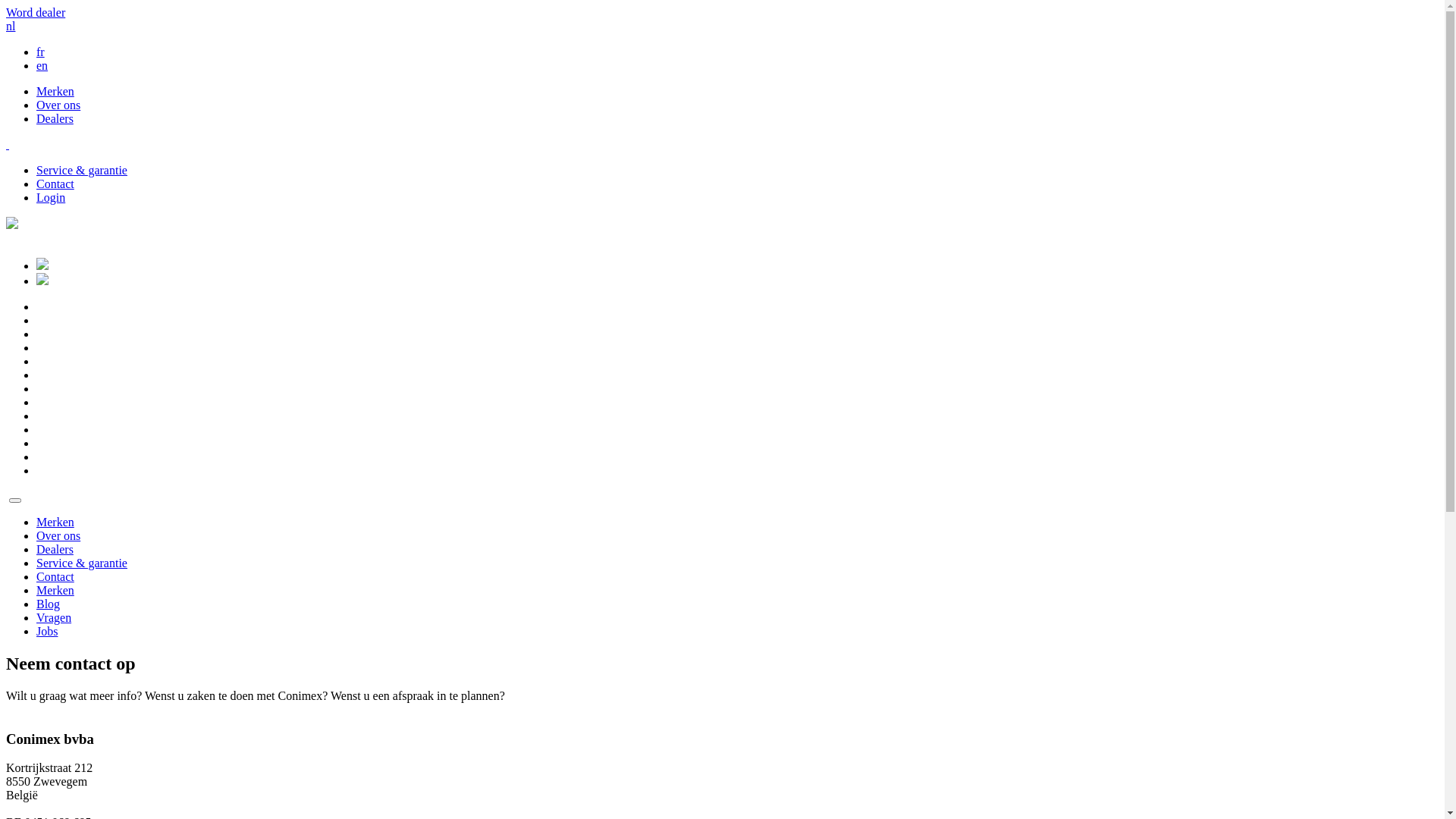  I want to click on 'Over ons', so click(58, 104).